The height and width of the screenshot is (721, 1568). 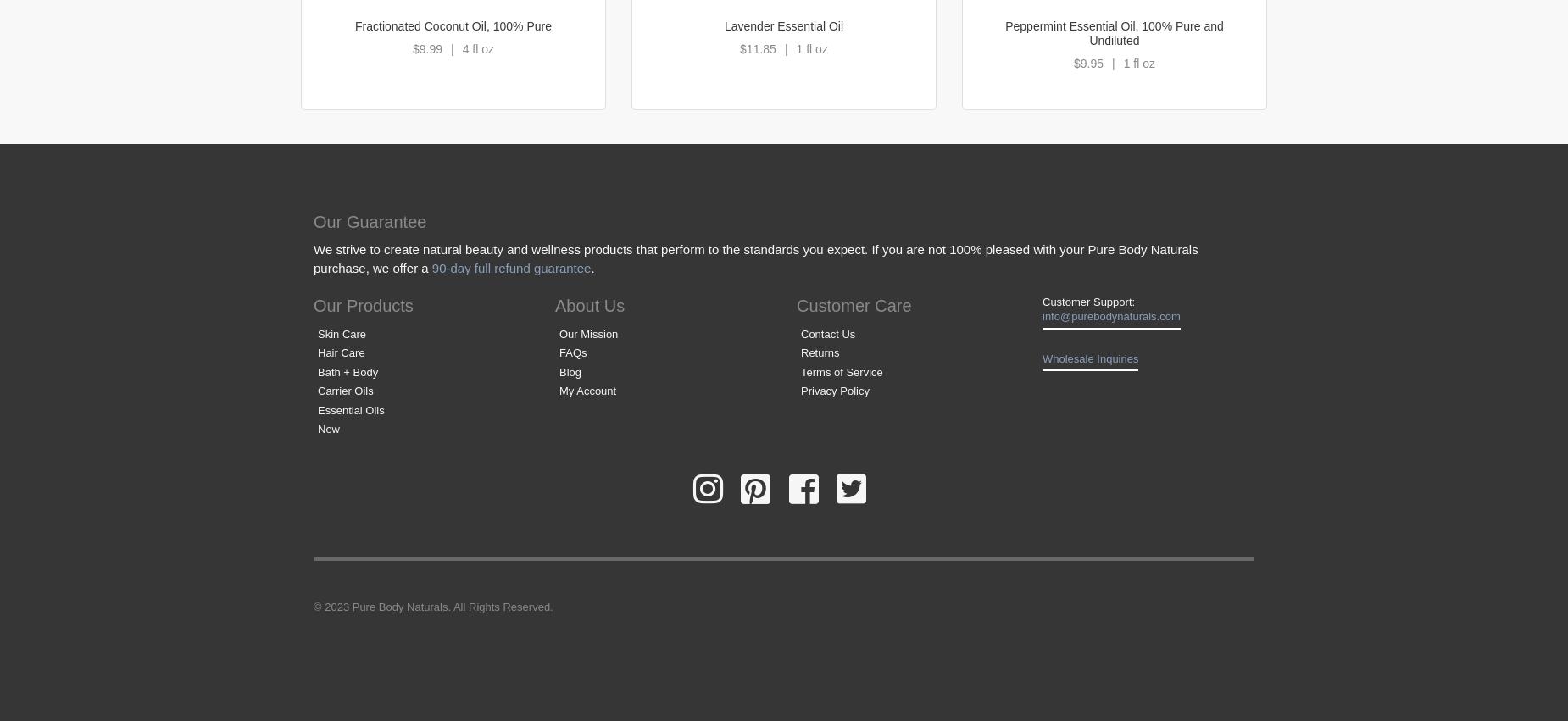 I want to click on 'About Us', so click(x=589, y=304).